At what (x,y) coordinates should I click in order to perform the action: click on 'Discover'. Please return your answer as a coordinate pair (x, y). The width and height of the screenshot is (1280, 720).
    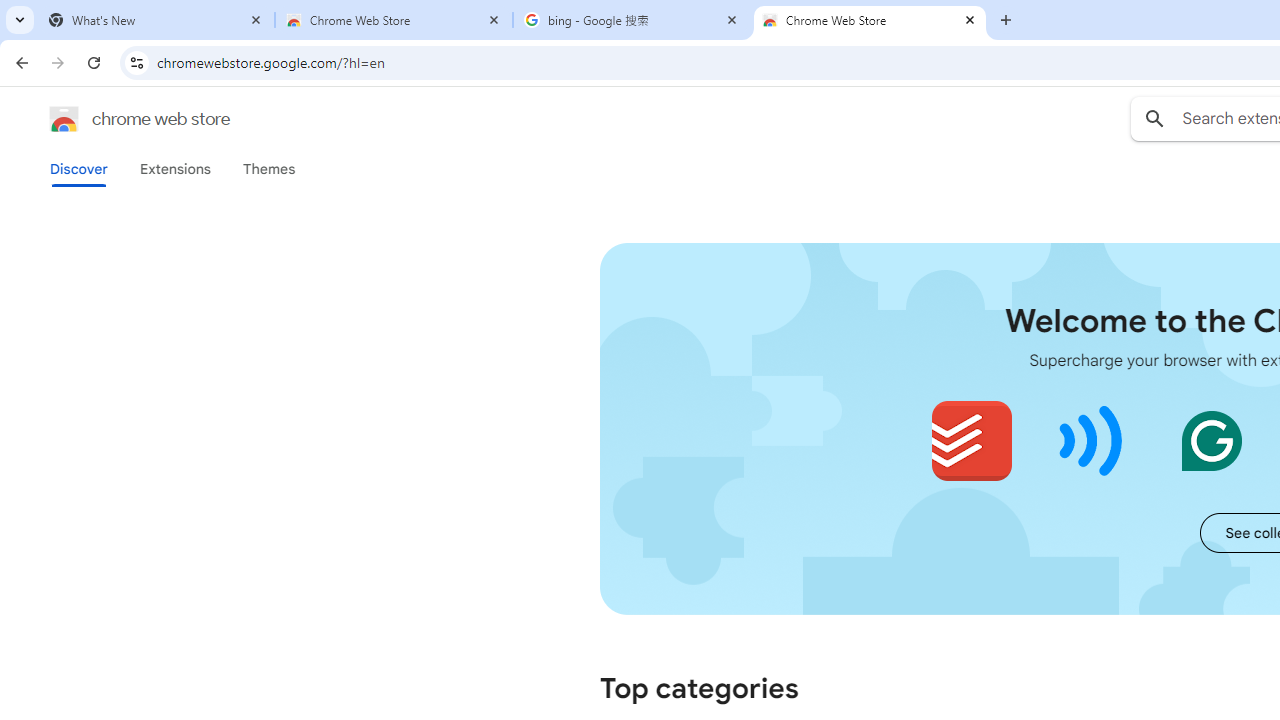
    Looking at the image, I should click on (79, 168).